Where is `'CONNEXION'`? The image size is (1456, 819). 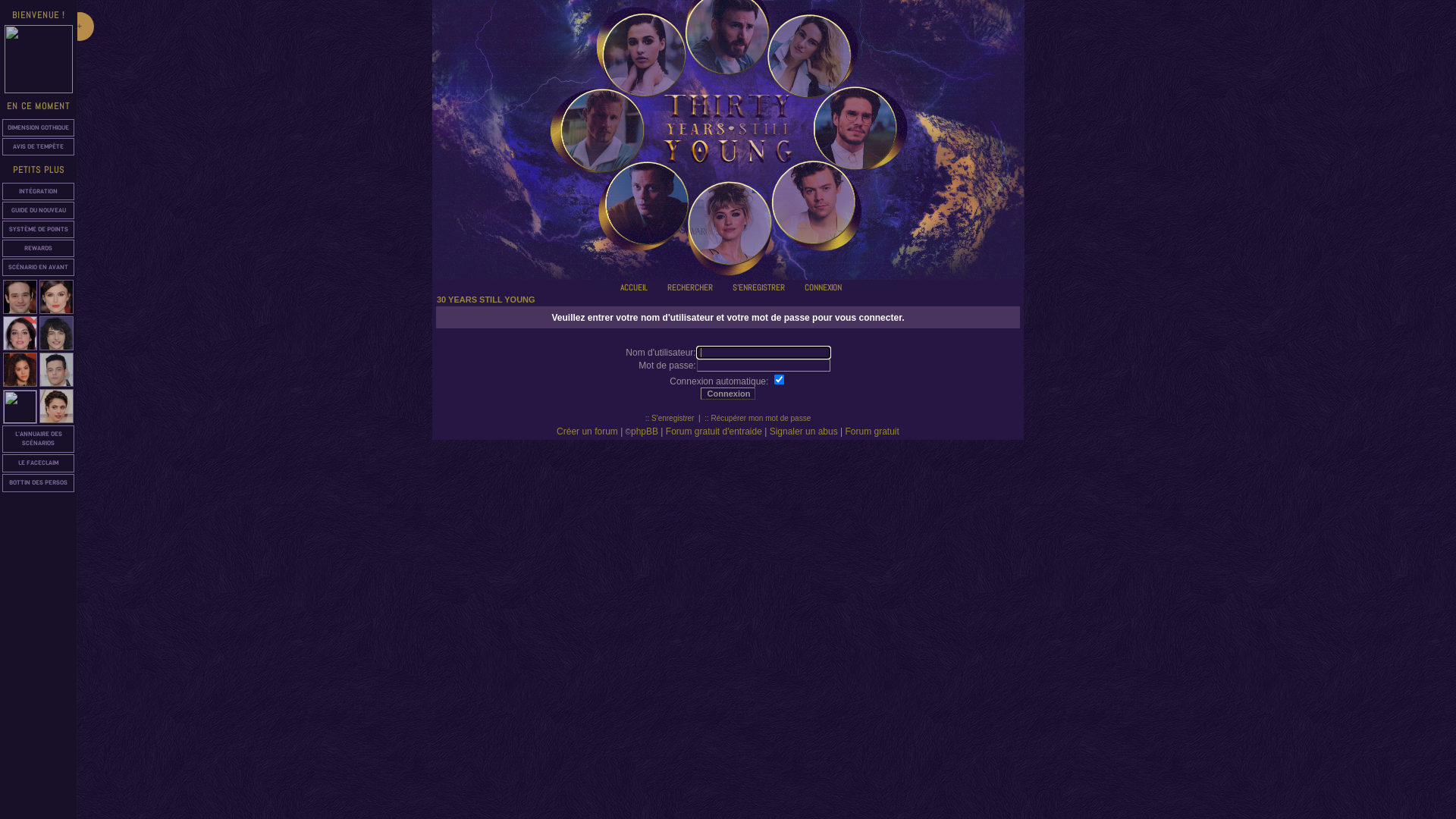
'CONNEXION' is located at coordinates (815, 287).